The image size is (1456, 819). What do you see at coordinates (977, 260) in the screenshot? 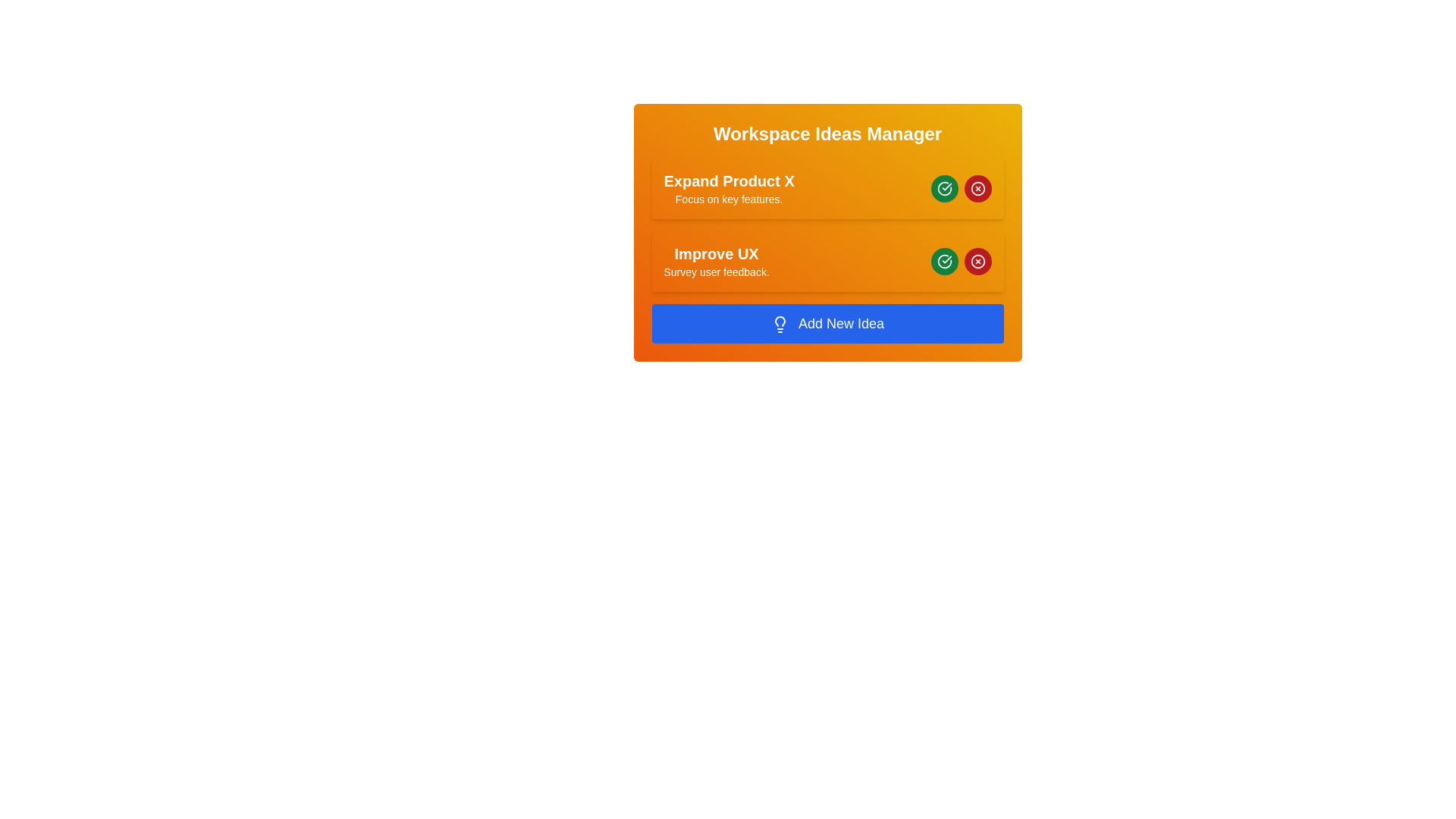
I see `the red circular button with a white border and a cross icon, located in the action bar of the 'Improve UX' module` at bounding box center [977, 260].